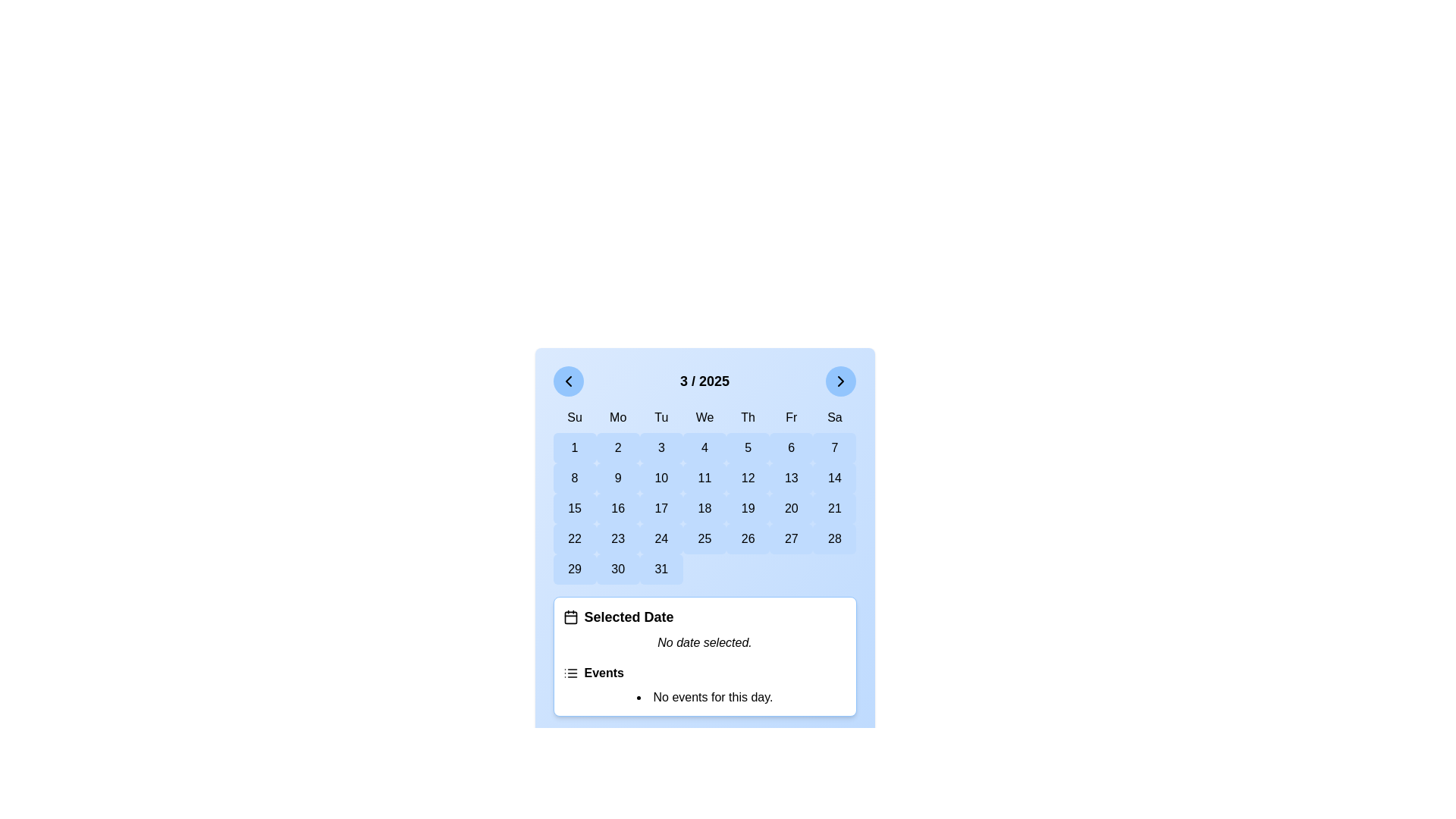 The height and width of the screenshot is (819, 1456). What do you see at coordinates (574, 538) in the screenshot?
I see `the button labeled '22' in the calendar interface for navigation by moving the cursor to its center position` at bounding box center [574, 538].